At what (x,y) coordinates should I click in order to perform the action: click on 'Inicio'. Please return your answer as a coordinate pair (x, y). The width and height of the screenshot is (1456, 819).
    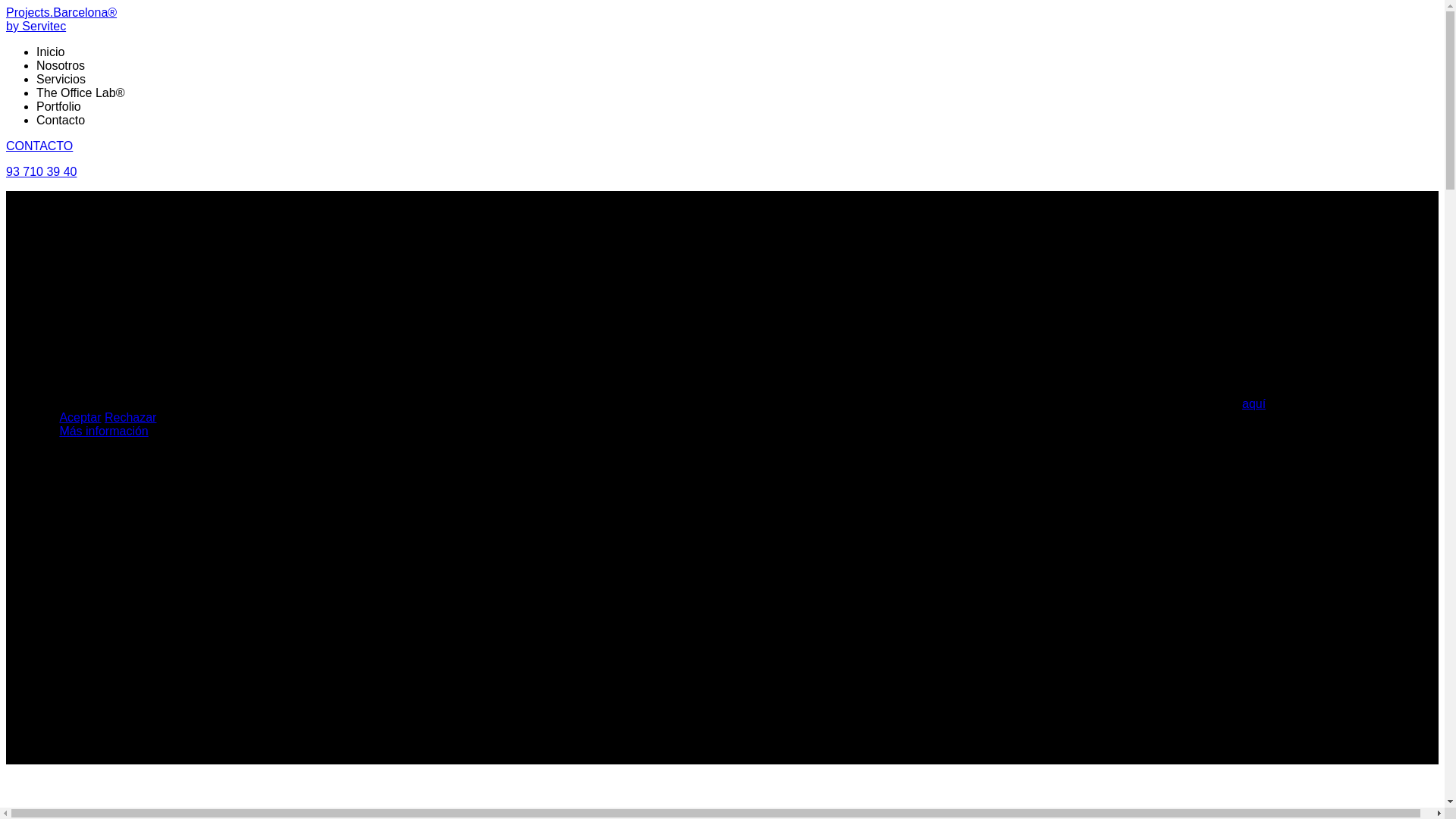
    Looking at the image, I should click on (50, 51).